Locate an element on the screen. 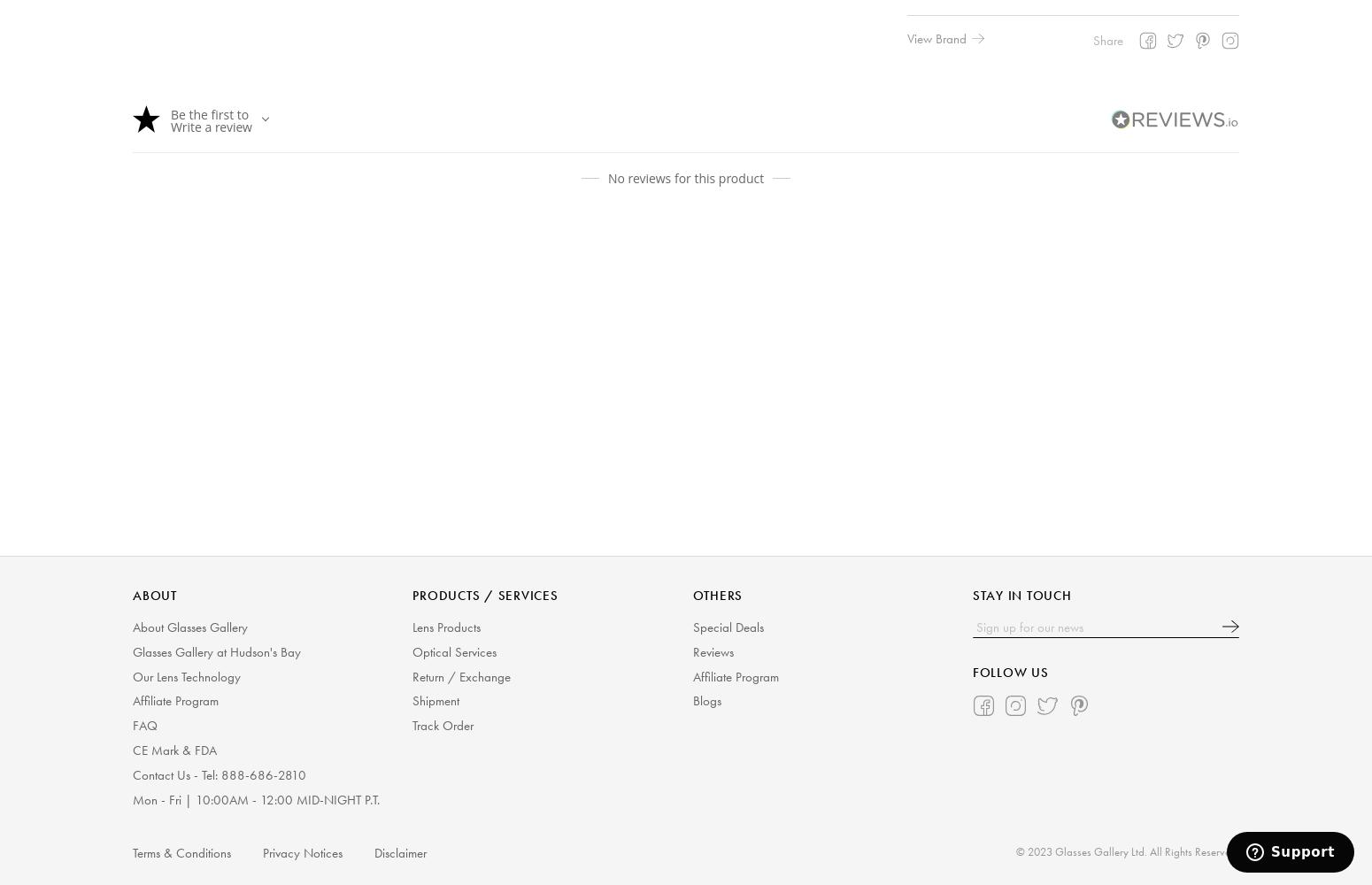 This screenshot has height=885, width=1372. 'Glasses Gallery at Hudson's Bay' is located at coordinates (217, 650).